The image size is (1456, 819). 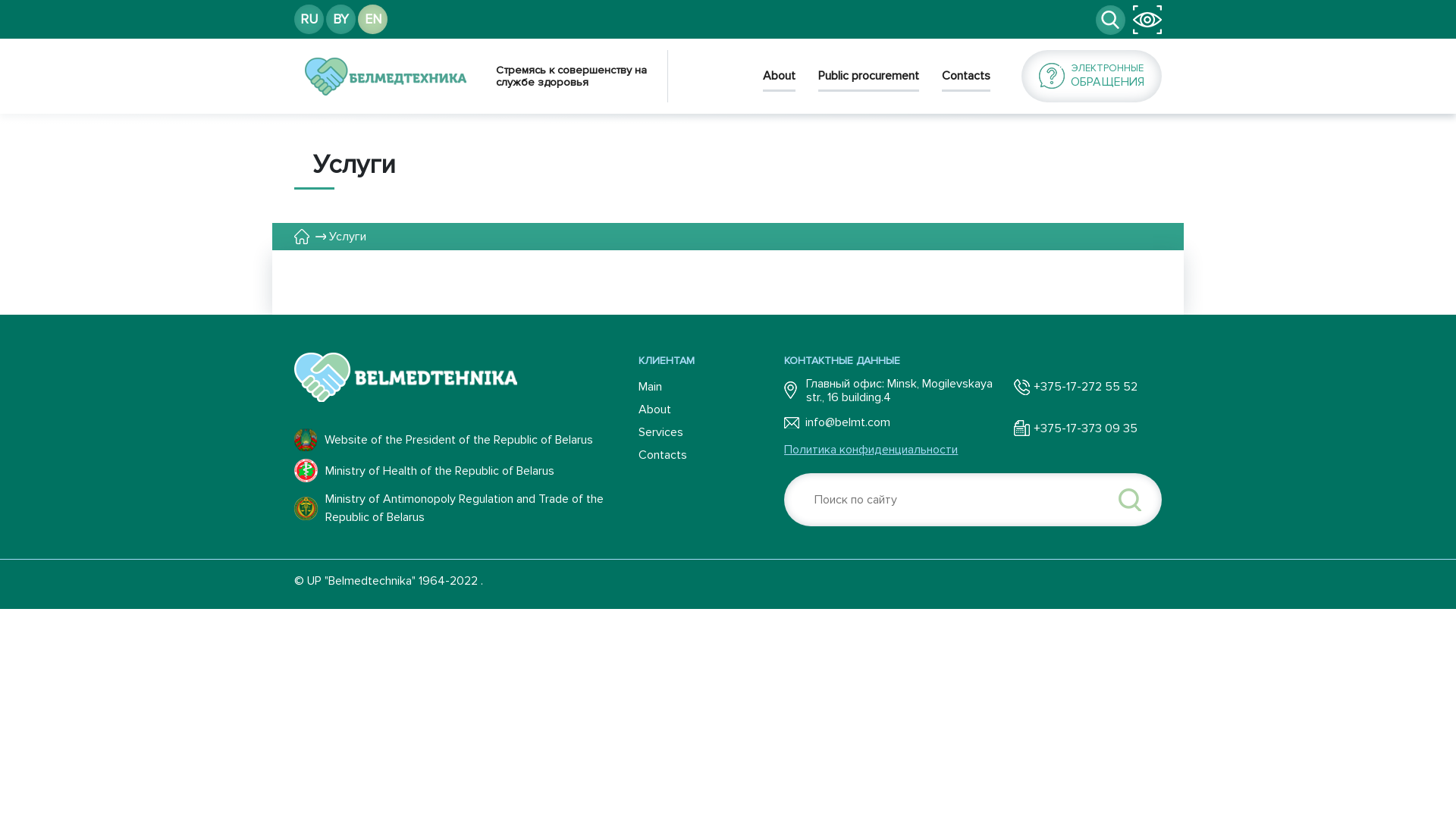 I want to click on 'EN', so click(x=372, y=19).